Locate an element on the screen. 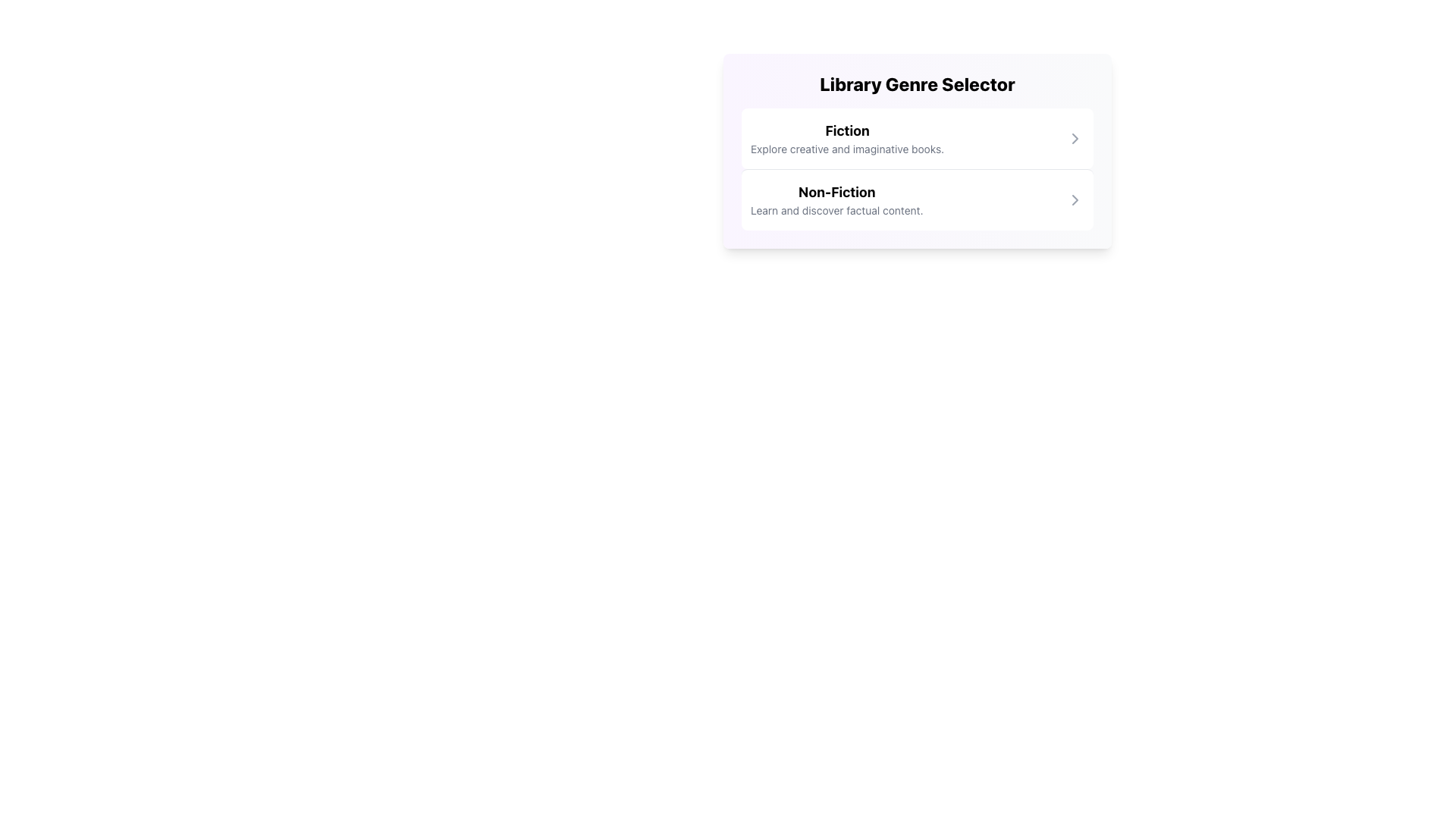 The height and width of the screenshot is (819, 1456). the second selectable list item labeled for non-fiction books is located at coordinates (916, 199).